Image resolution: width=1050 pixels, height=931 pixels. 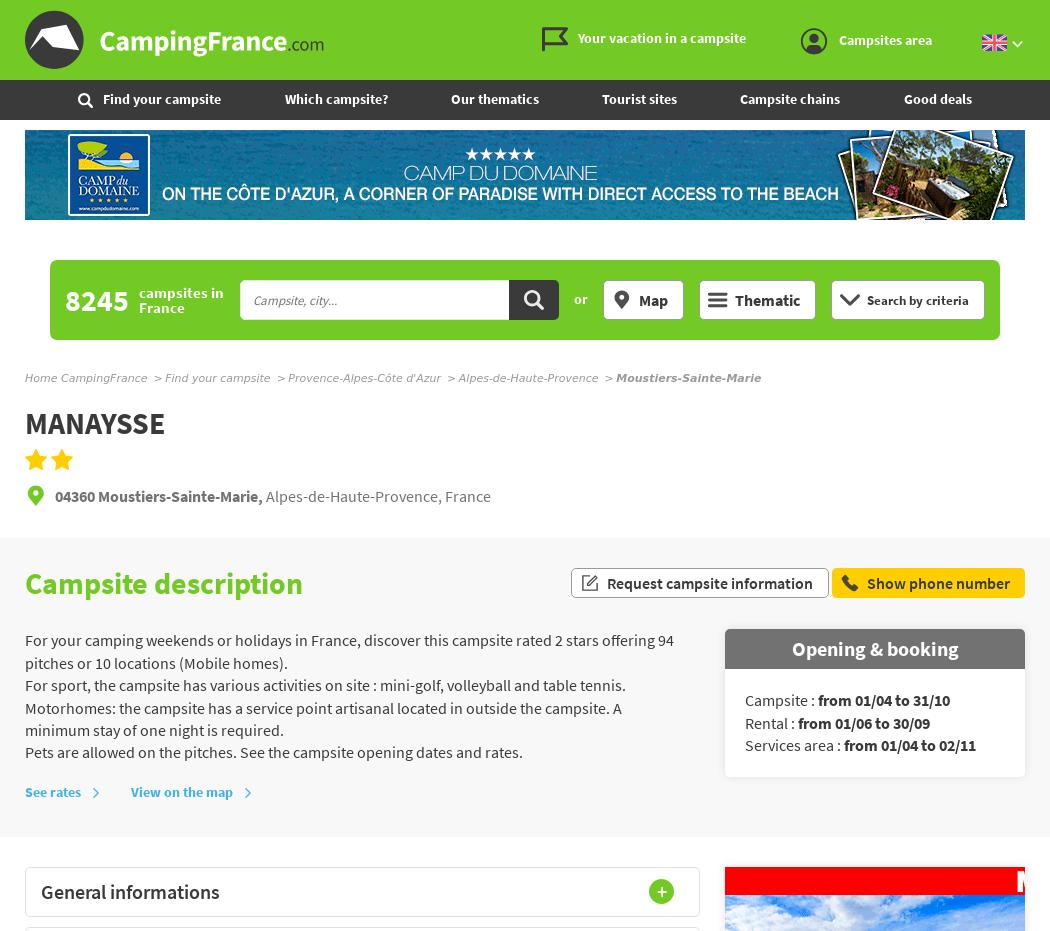 What do you see at coordinates (325, 684) in the screenshot?
I see `'For sport, the campsite has various activities on site : mini-golf, volleyball and table tennis.'` at bounding box center [325, 684].